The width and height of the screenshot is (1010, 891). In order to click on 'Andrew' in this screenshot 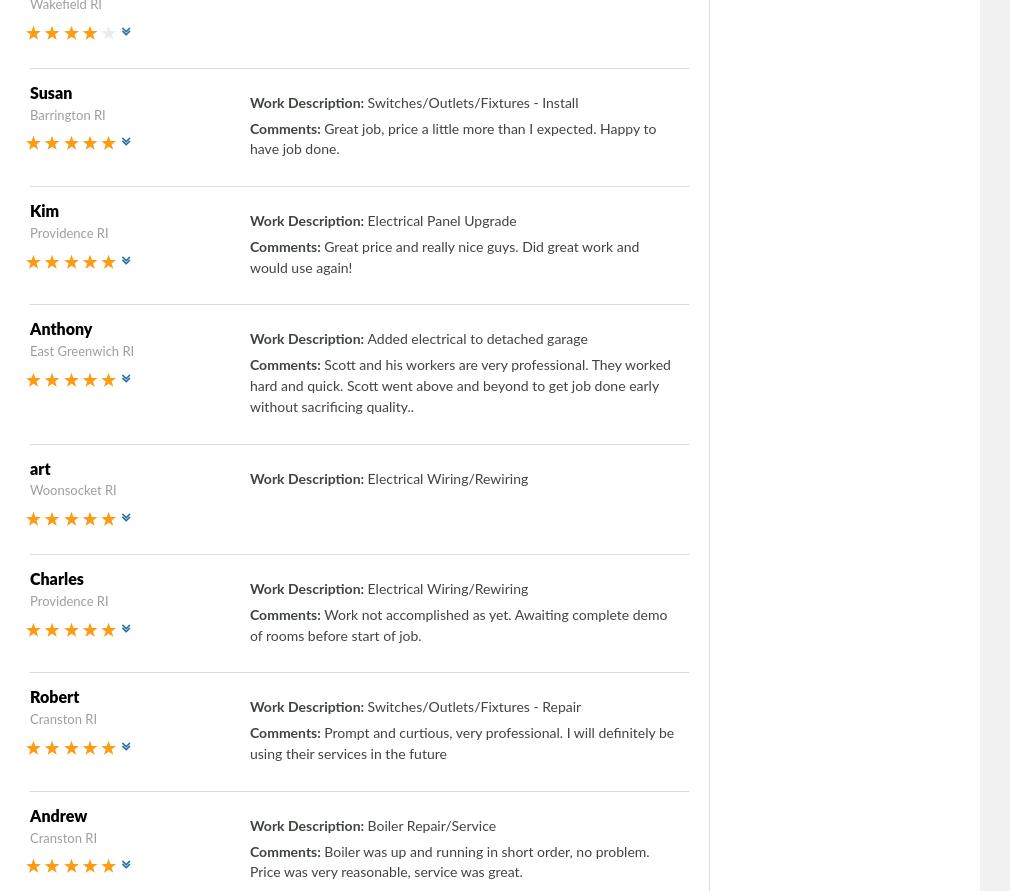, I will do `click(28, 814)`.